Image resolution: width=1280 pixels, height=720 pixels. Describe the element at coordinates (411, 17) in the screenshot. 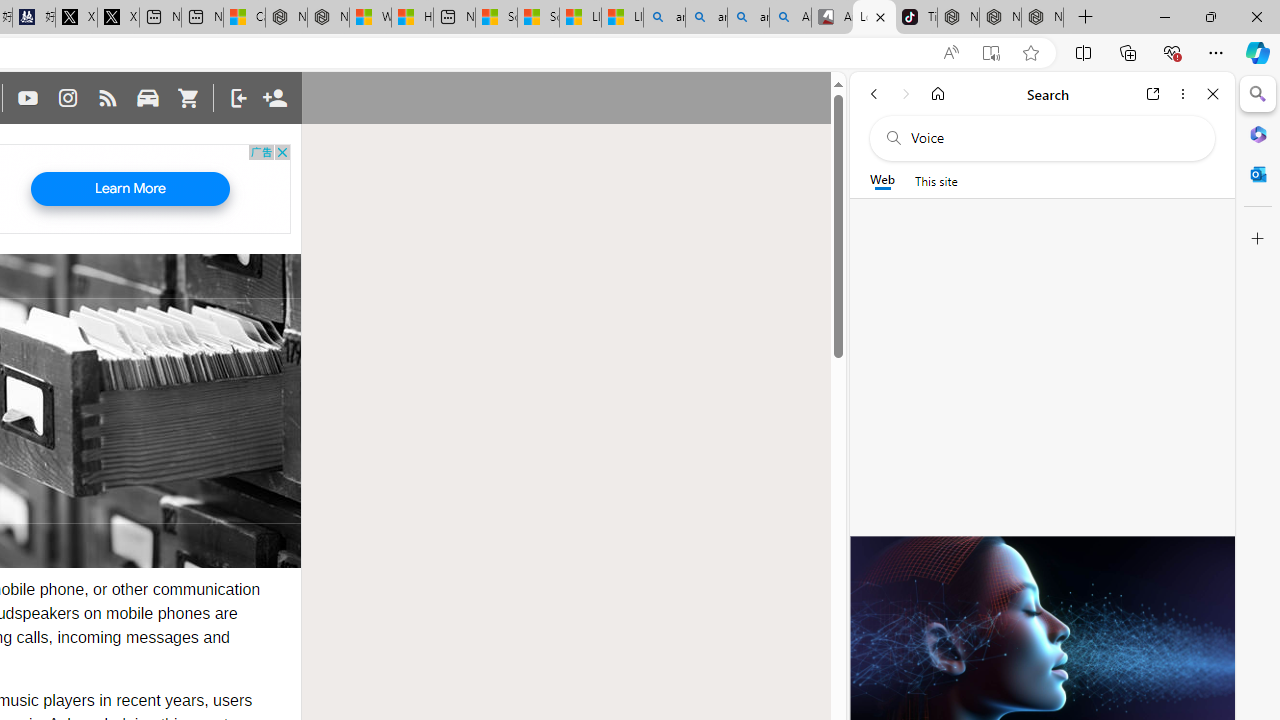

I see `'Huge shark washes ashore at New York City beach | Watch'` at that location.